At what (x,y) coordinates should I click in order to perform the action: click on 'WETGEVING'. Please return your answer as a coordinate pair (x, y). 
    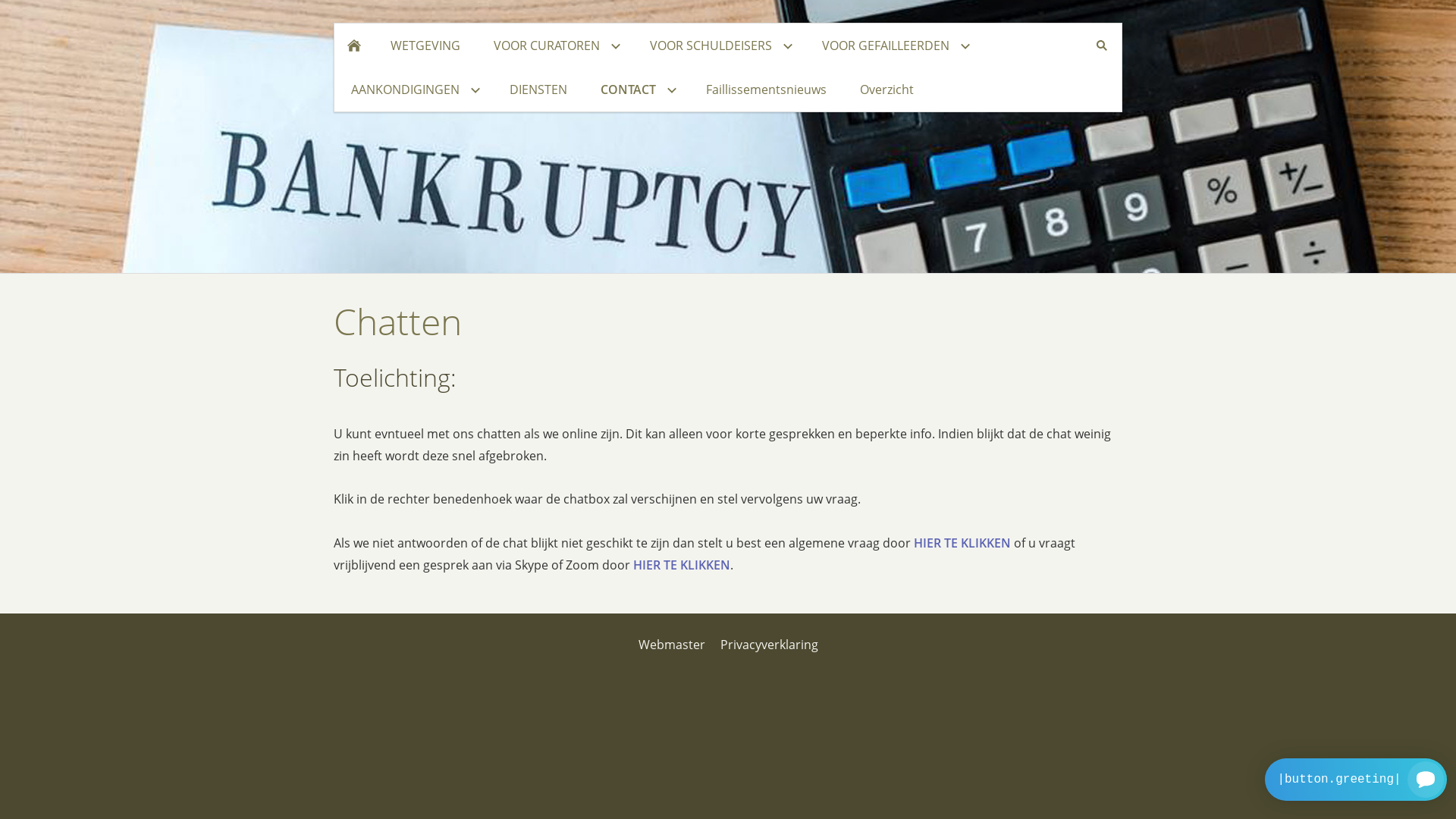
    Looking at the image, I should click on (425, 45).